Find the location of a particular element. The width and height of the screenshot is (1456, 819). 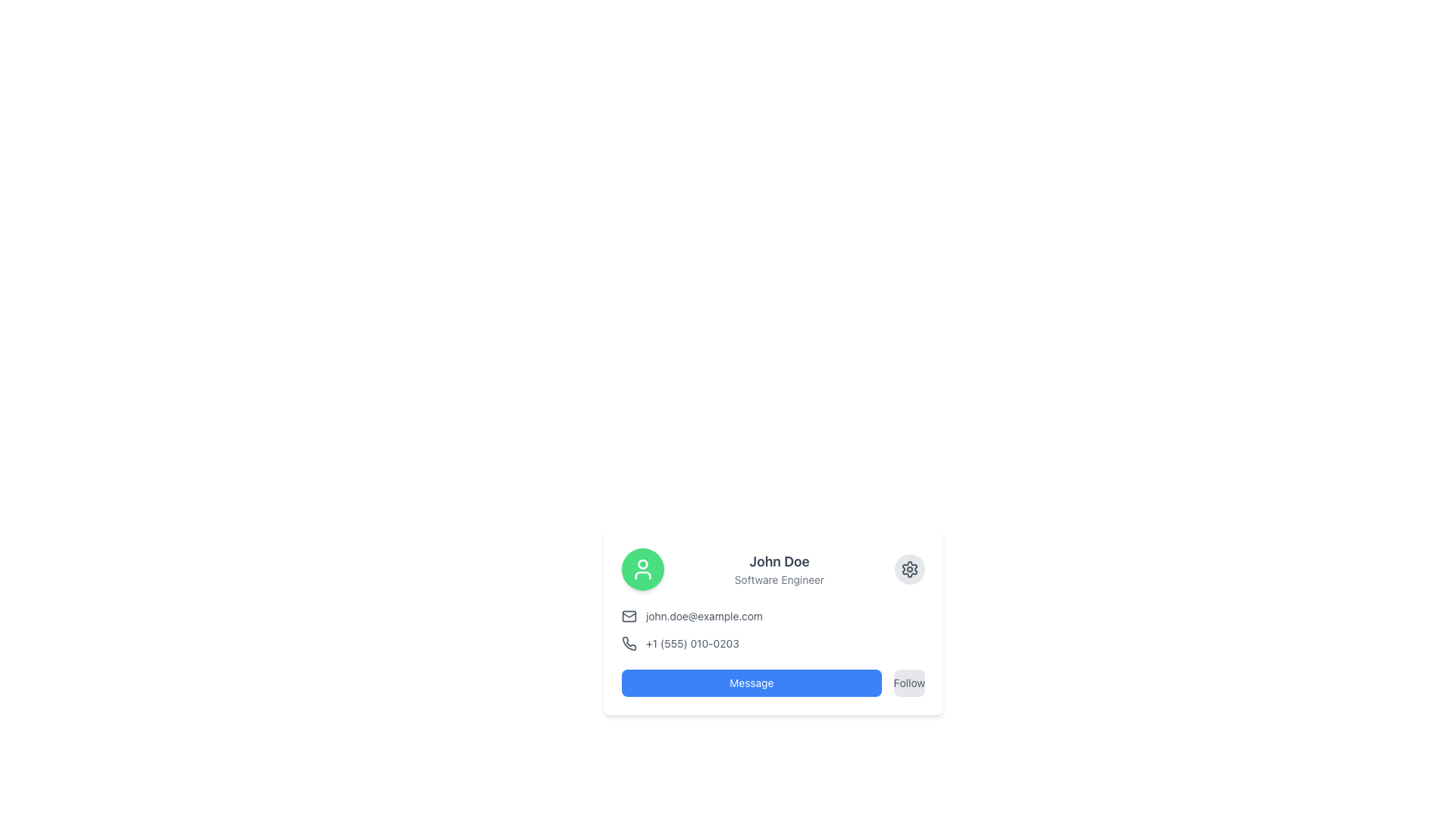

the envelope icon that is located to the left of the email address 'john.doe@example.com' is located at coordinates (629, 617).